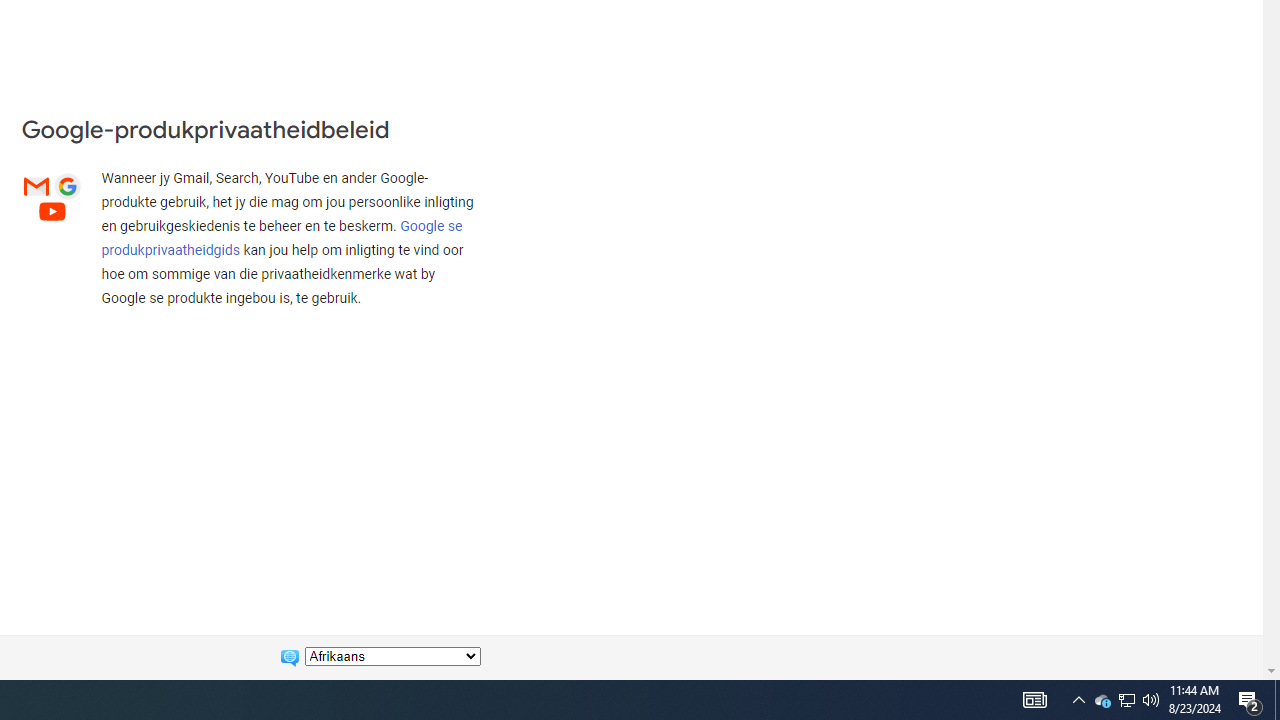 This screenshot has width=1280, height=720. I want to click on 'Verander taal:', so click(392, 656).